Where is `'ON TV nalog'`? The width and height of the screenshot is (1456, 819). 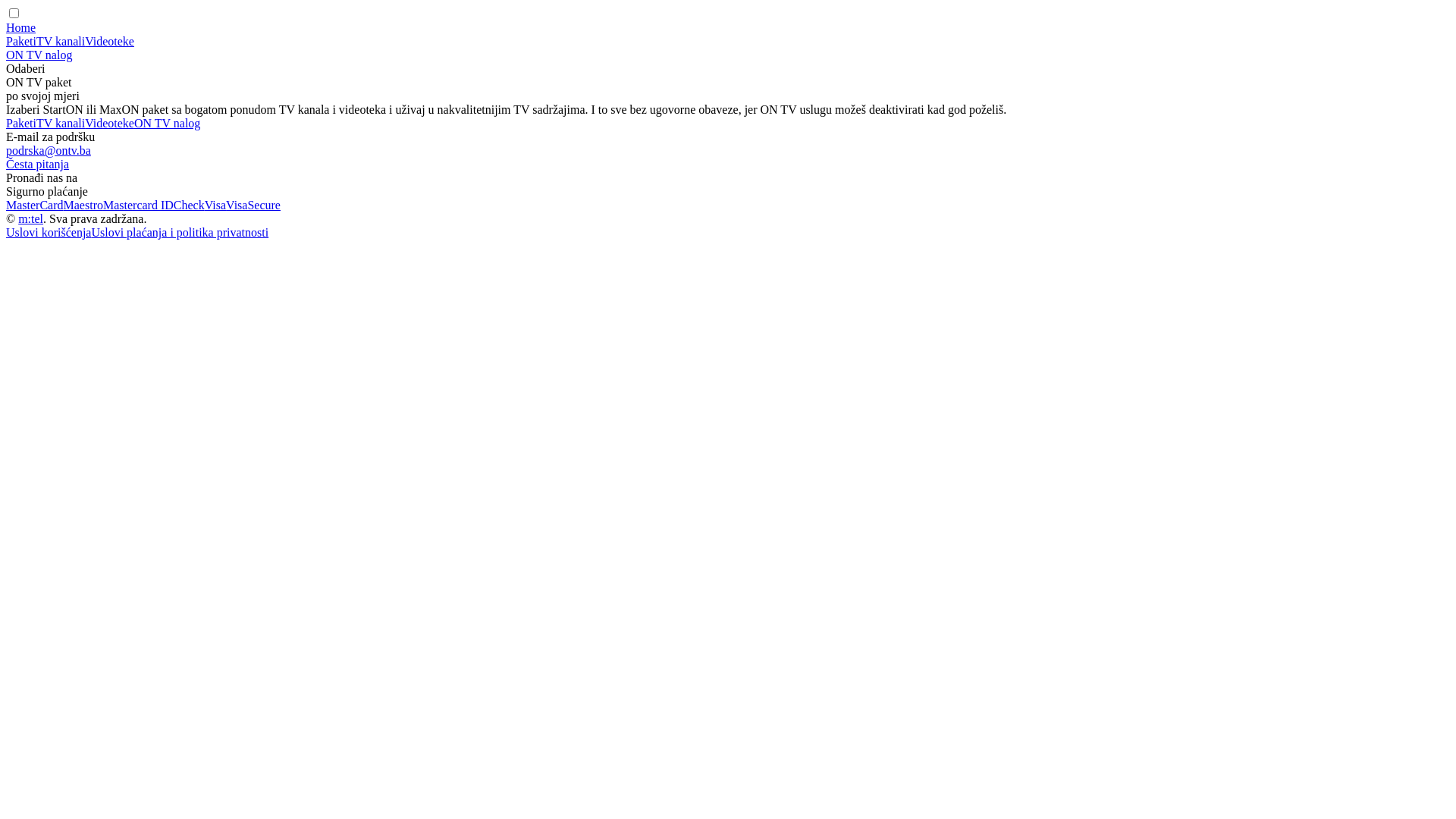 'ON TV nalog' is located at coordinates (134, 122).